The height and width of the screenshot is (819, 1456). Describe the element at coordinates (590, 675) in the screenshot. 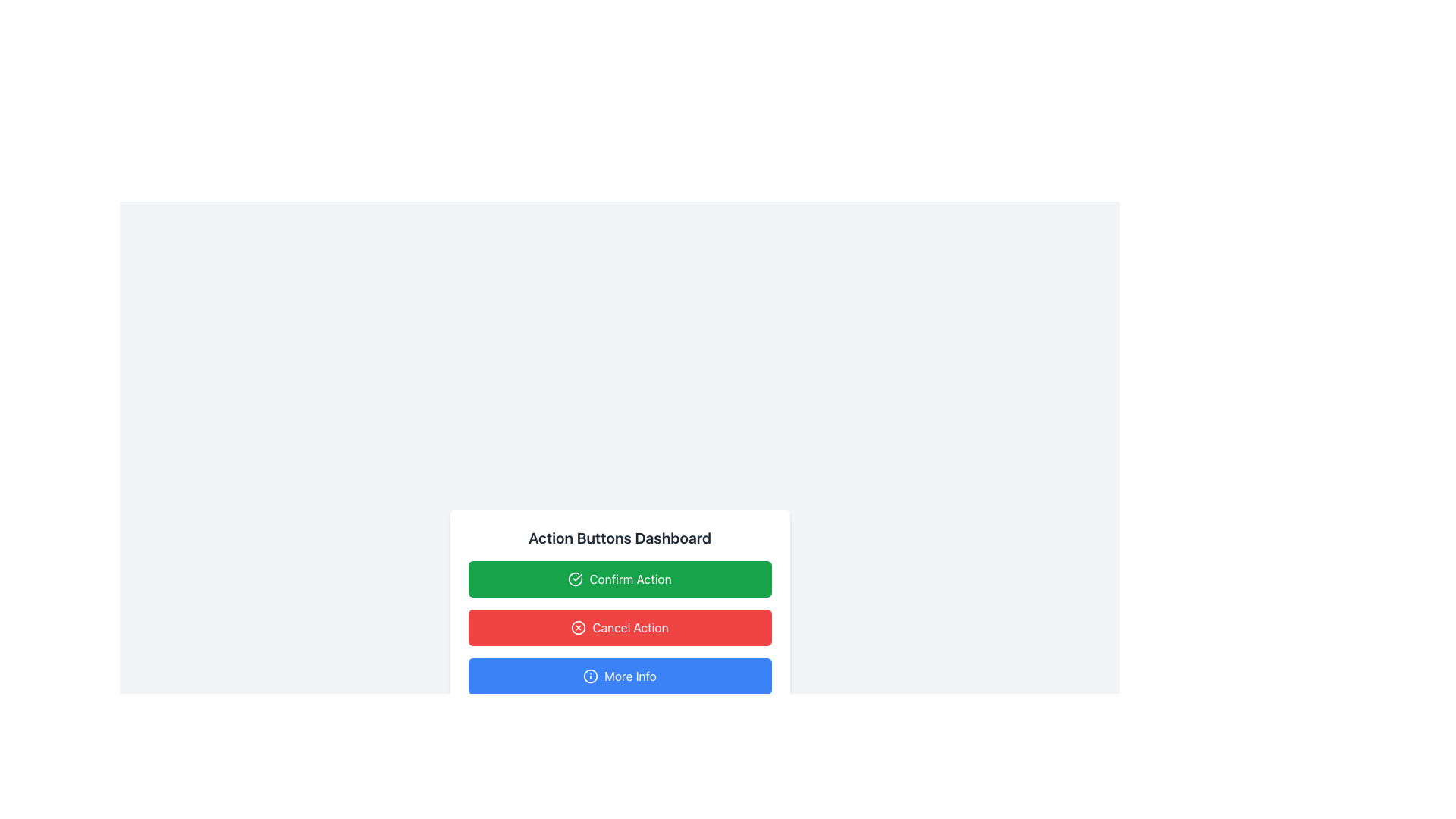

I see `the decorative or indicative icon representing the 'More Info' action, located to the left of the text 'More Info' within the blue button at the bottom of the interface card` at that location.